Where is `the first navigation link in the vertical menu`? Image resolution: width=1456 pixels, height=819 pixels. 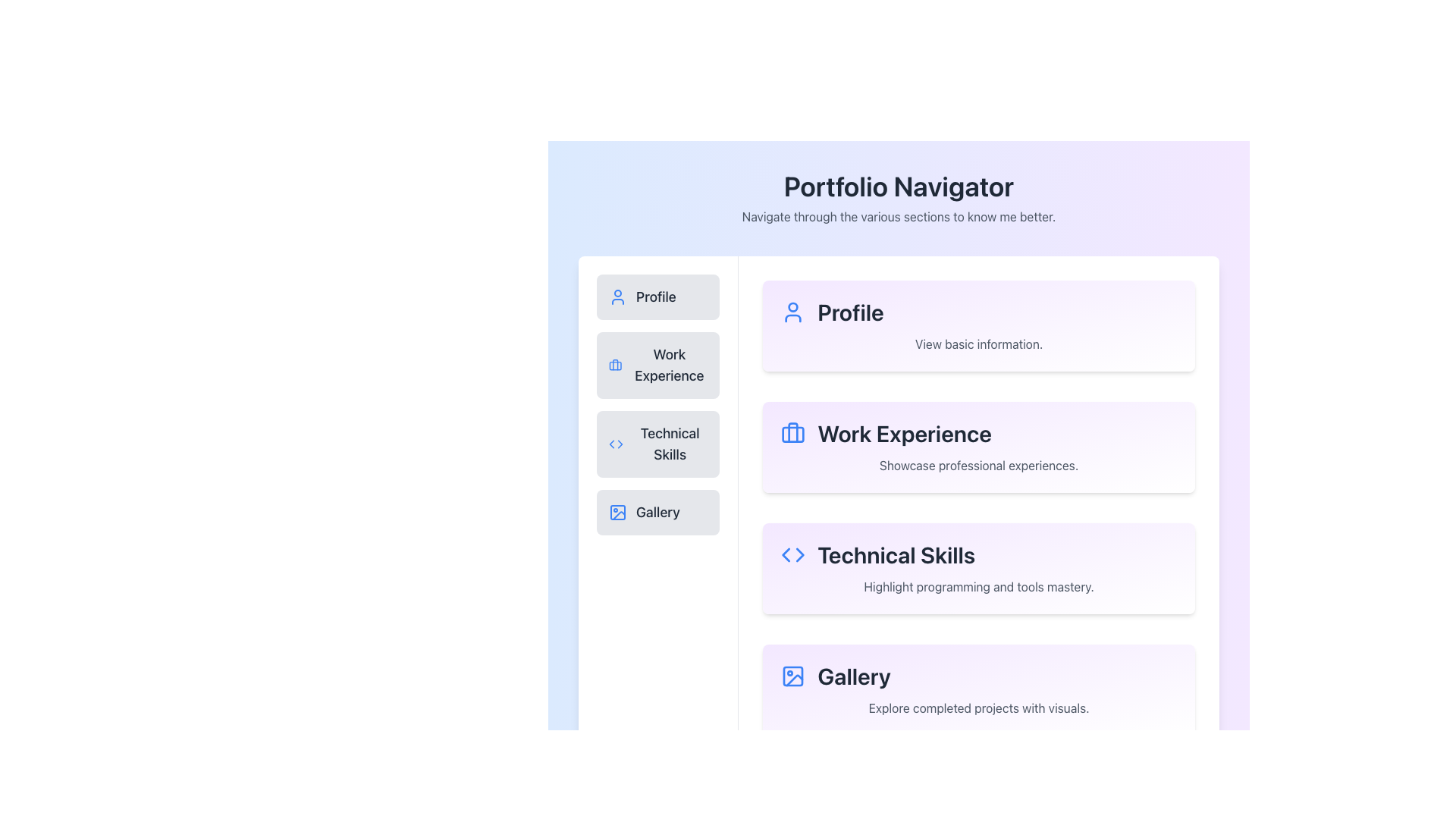
the first navigation link in the vertical menu is located at coordinates (658, 297).